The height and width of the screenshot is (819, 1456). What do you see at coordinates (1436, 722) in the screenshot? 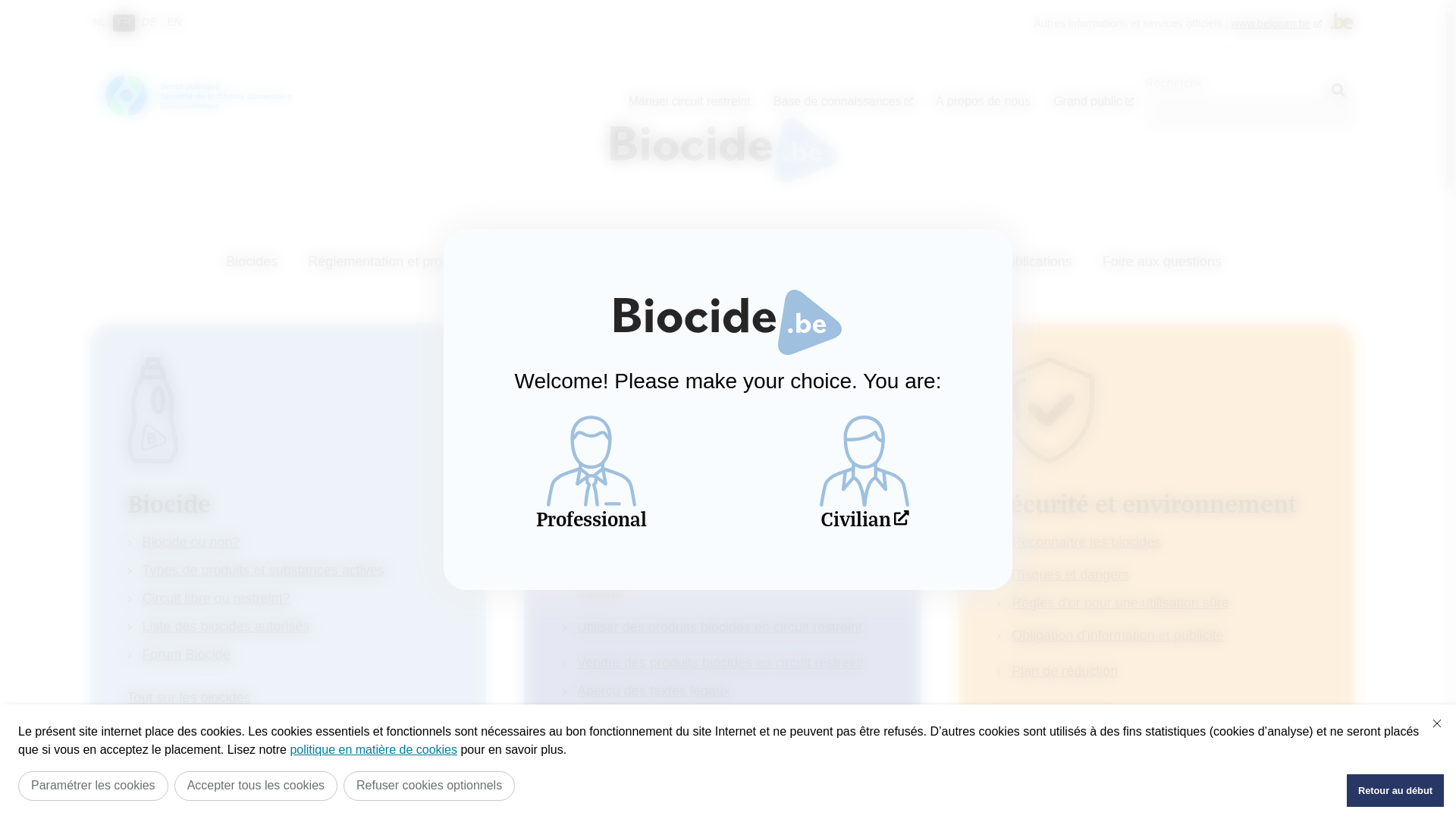
I see `'Fermer'` at bounding box center [1436, 722].